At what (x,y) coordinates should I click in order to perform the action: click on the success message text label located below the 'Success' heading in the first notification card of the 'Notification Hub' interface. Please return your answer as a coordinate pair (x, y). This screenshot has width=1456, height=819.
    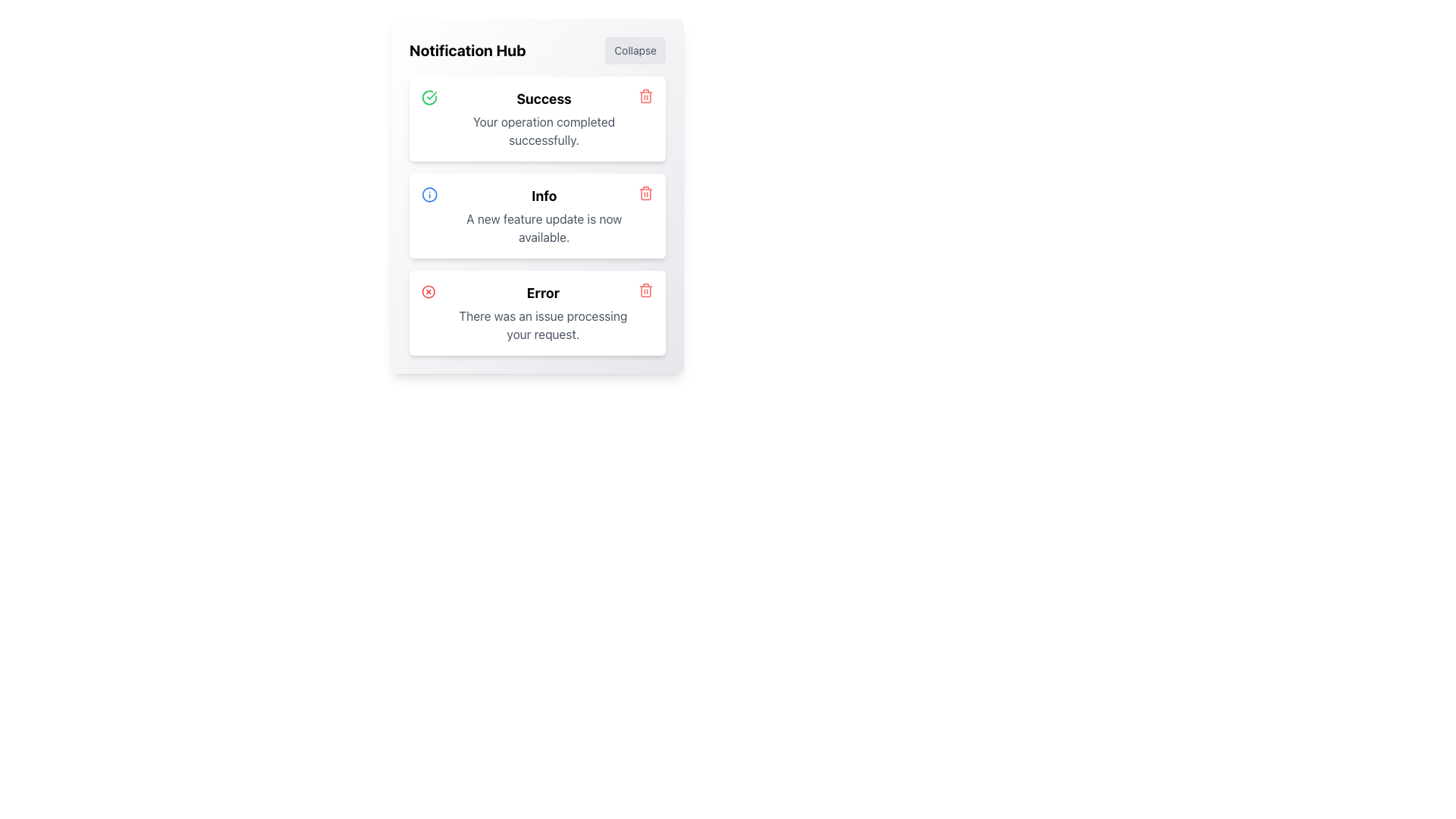
    Looking at the image, I should click on (544, 130).